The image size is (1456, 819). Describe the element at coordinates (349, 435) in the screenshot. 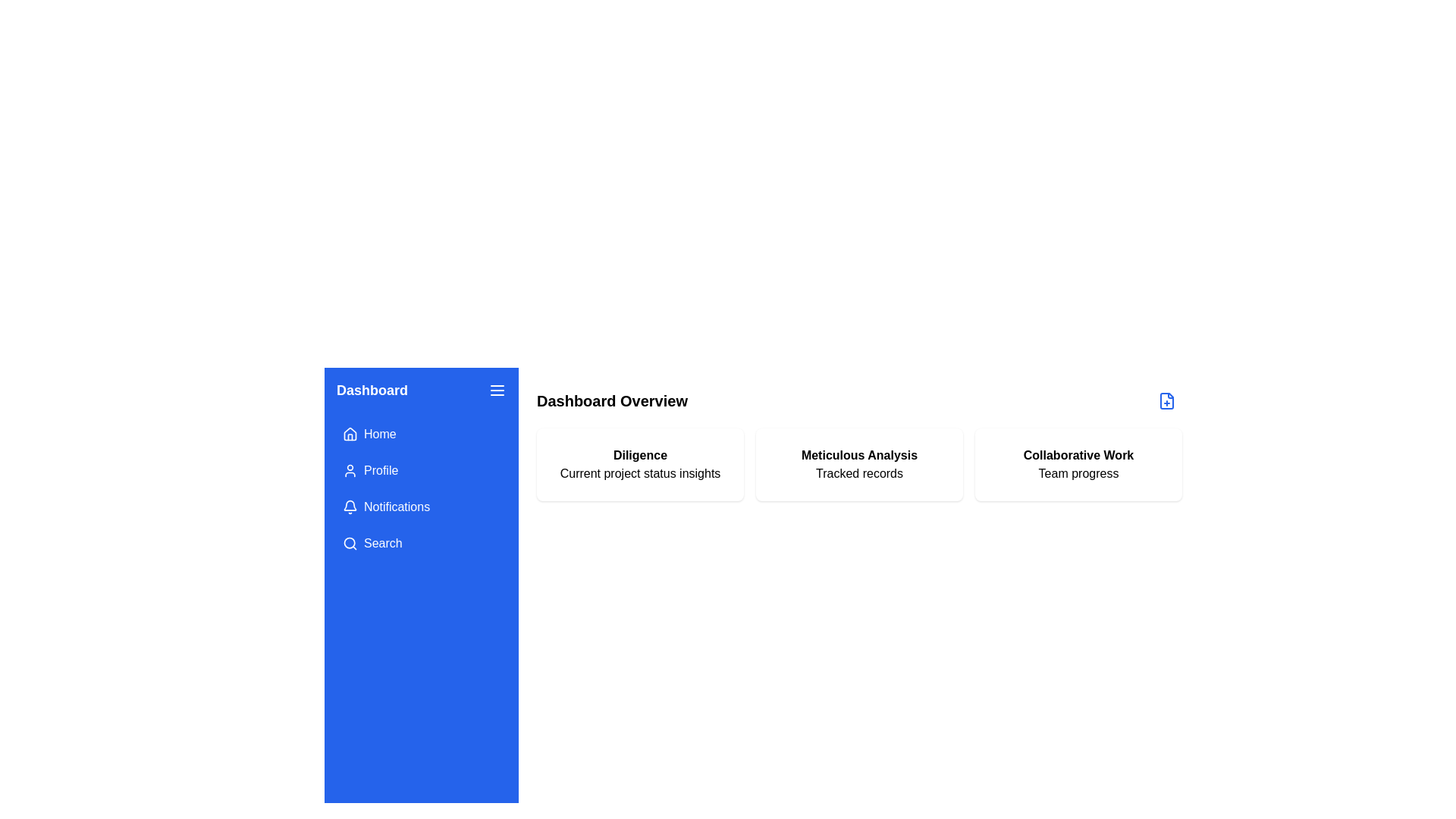

I see `the 'Home' icon in the left-hand navigation menu, which is the first icon adjacent to the text labeled 'Home'` at that location.